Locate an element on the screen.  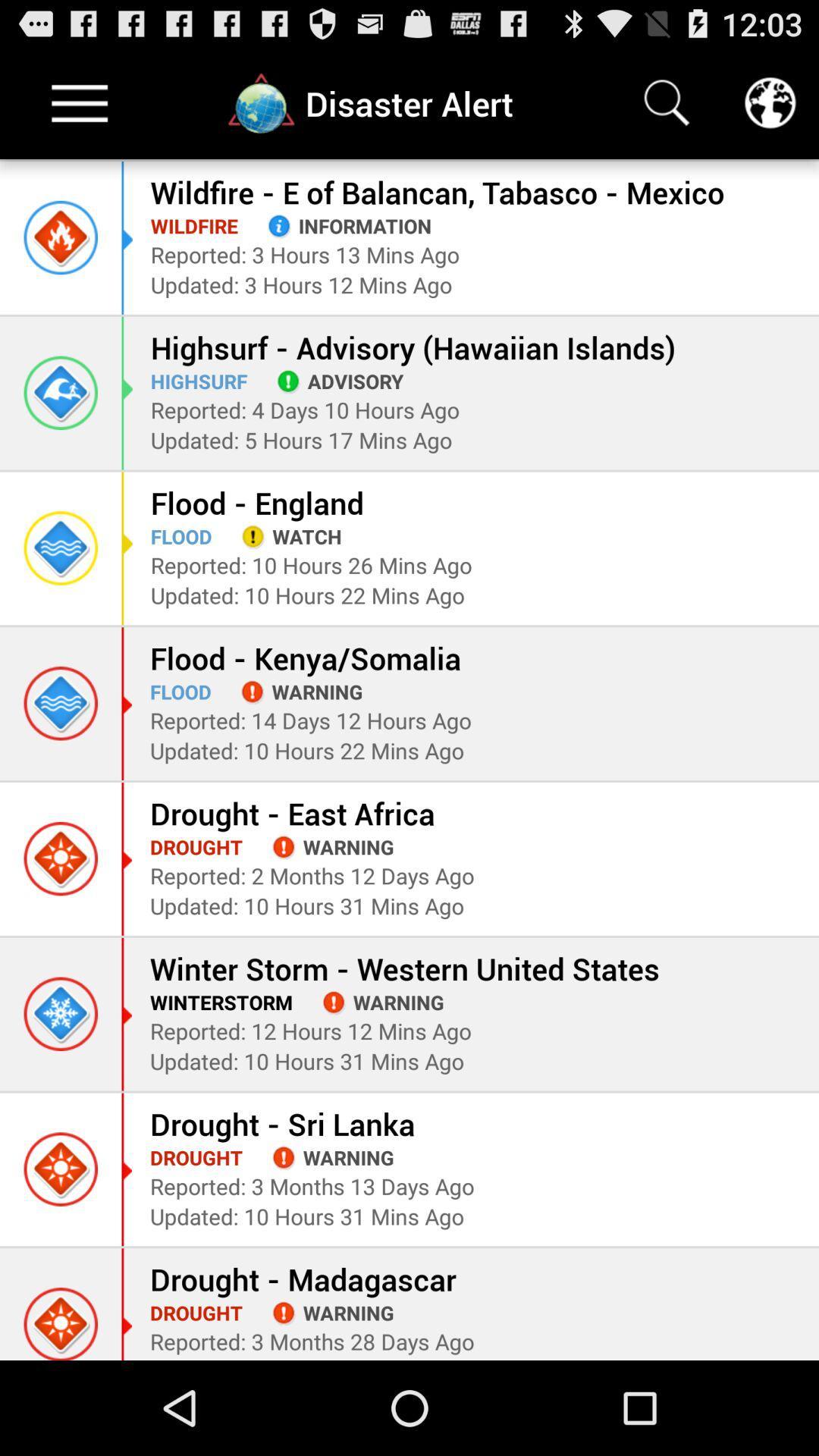
map is located at coordinates (770, 102).